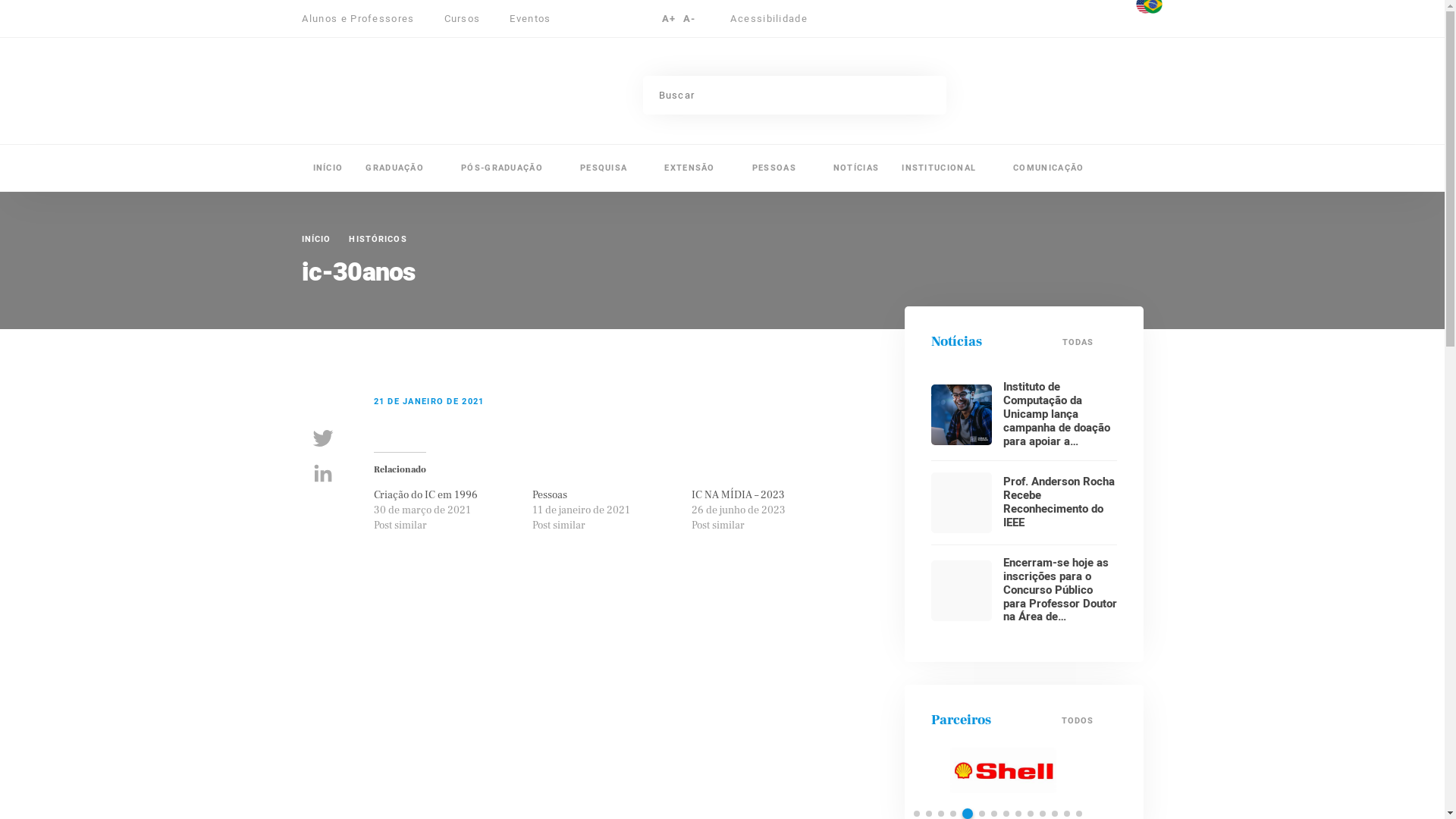  I want to click on 'Compartilhar por E-mail', so click(322, 508).